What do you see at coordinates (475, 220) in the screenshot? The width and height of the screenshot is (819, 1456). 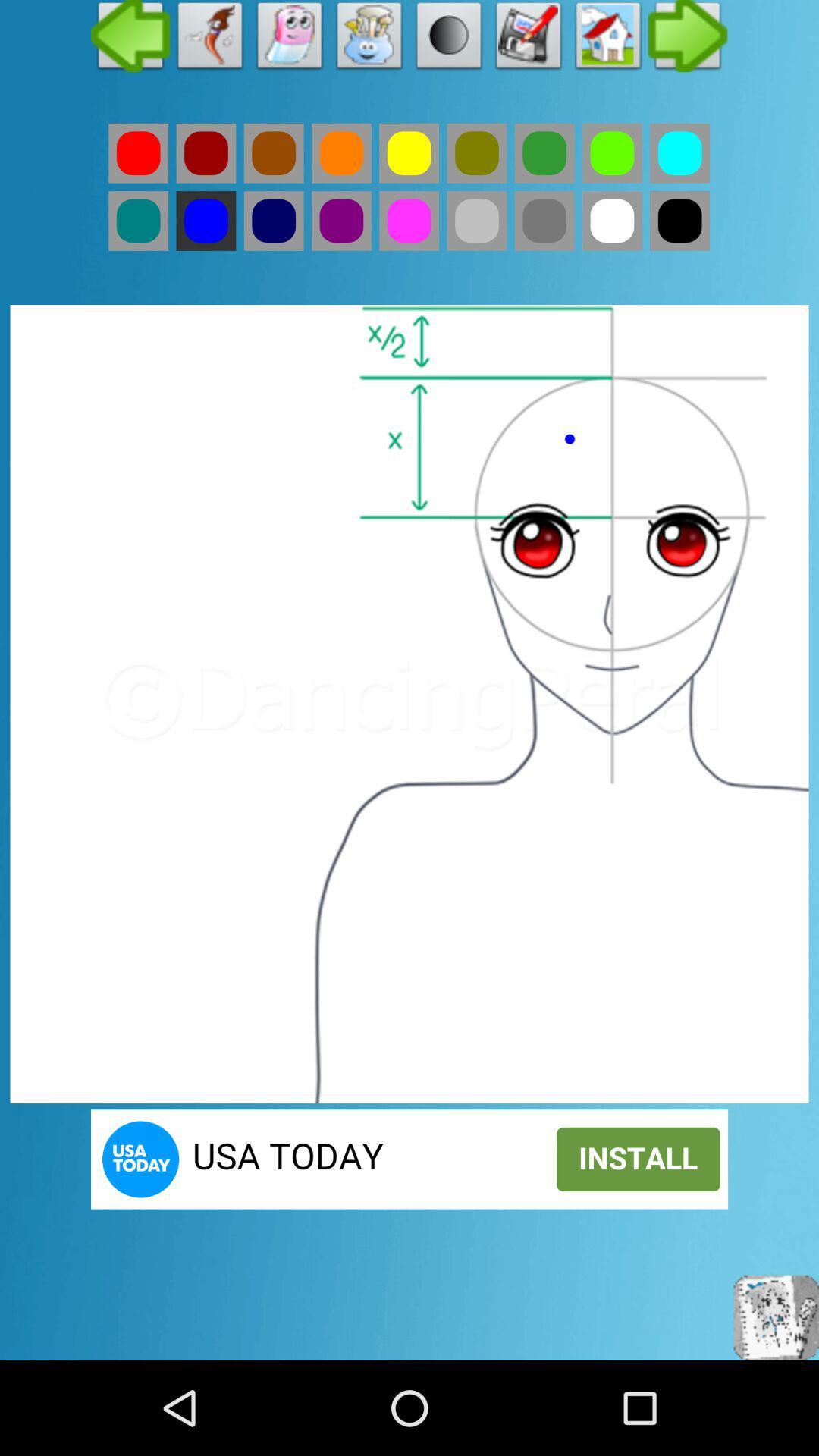 I see `light gray color` at bounding box center [475, 220].